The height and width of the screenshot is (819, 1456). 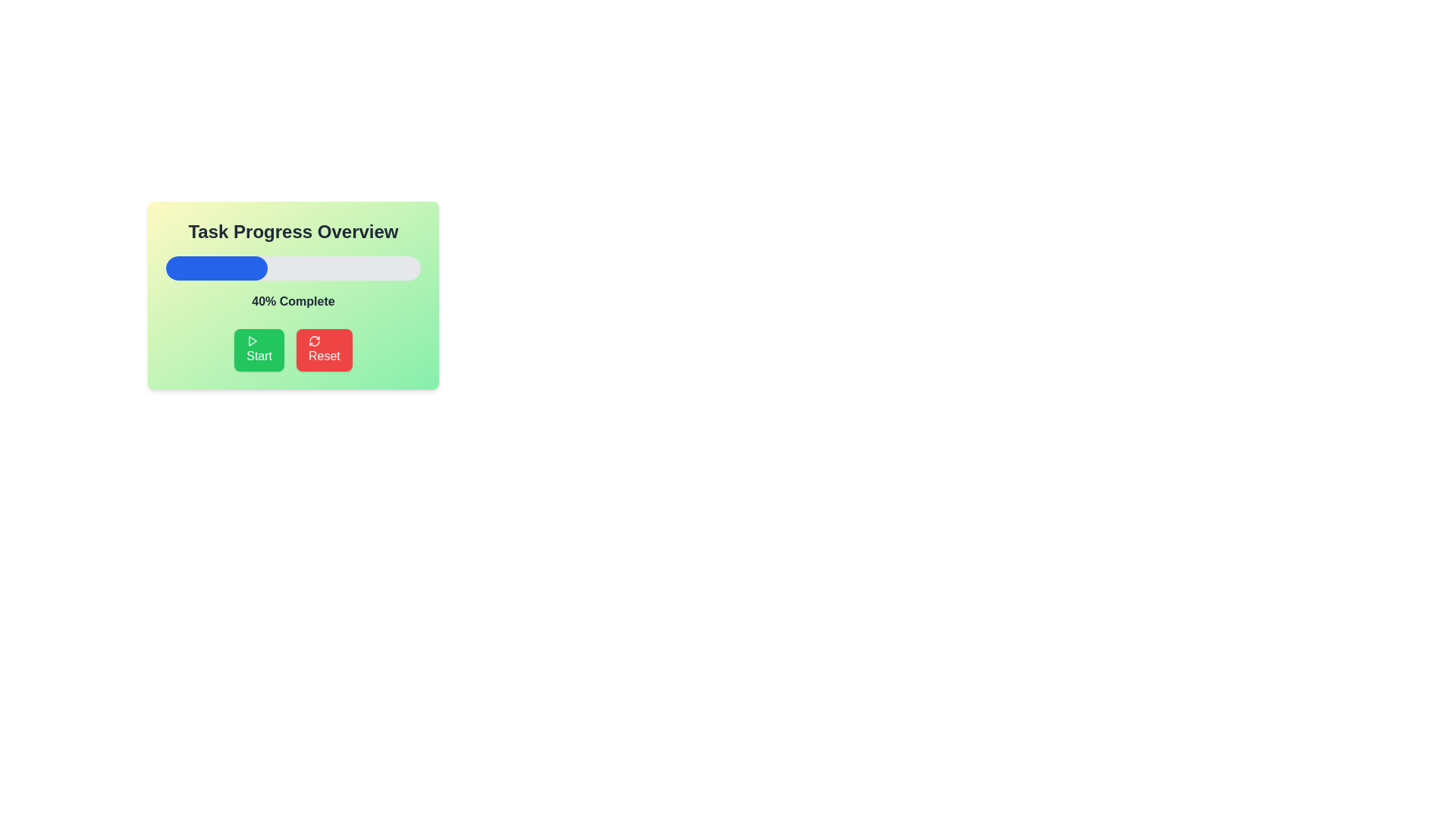 What do you see at coordinates (313, 341) in the screenshot?
I see `the 'Reset' button that contains the refresh icon, which is positioned to the left of the text 'Reset'` at bounding box center [313, 341].